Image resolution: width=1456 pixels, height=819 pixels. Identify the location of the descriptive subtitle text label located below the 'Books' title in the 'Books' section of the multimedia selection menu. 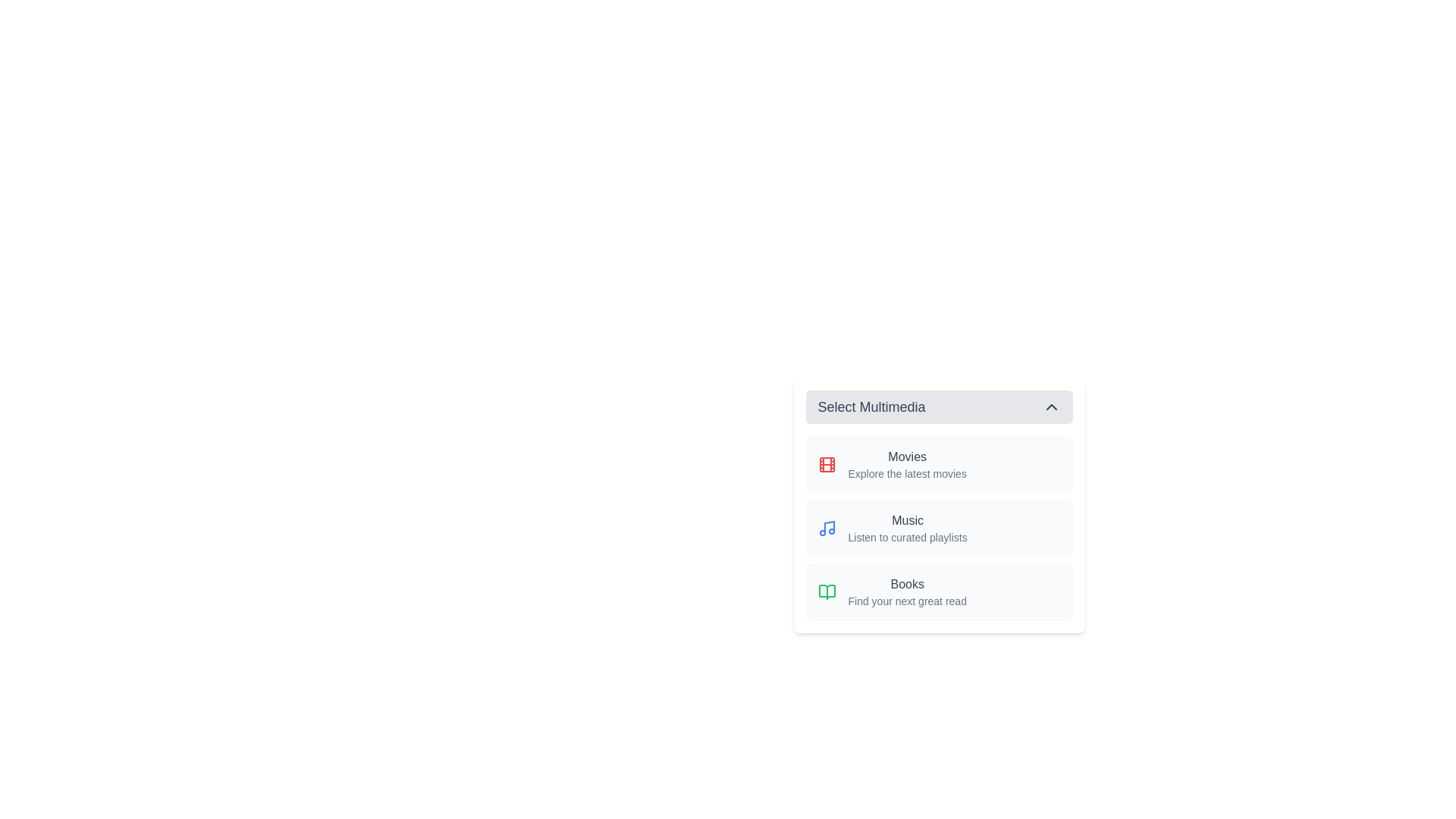
(907, 601).